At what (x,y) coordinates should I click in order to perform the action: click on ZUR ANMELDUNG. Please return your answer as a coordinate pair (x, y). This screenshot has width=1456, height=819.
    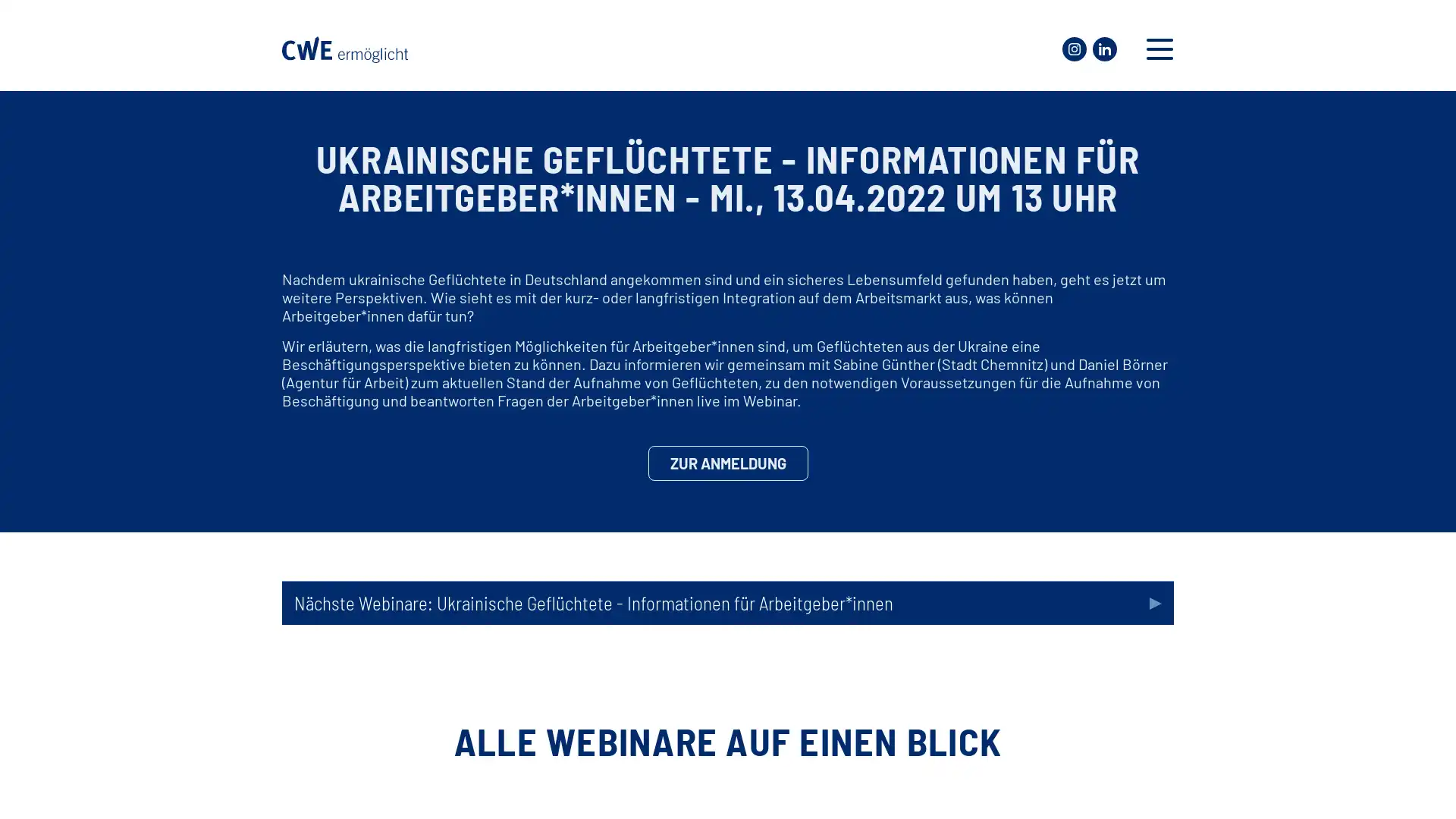
    Looking at the image, I should click on (726, 462).